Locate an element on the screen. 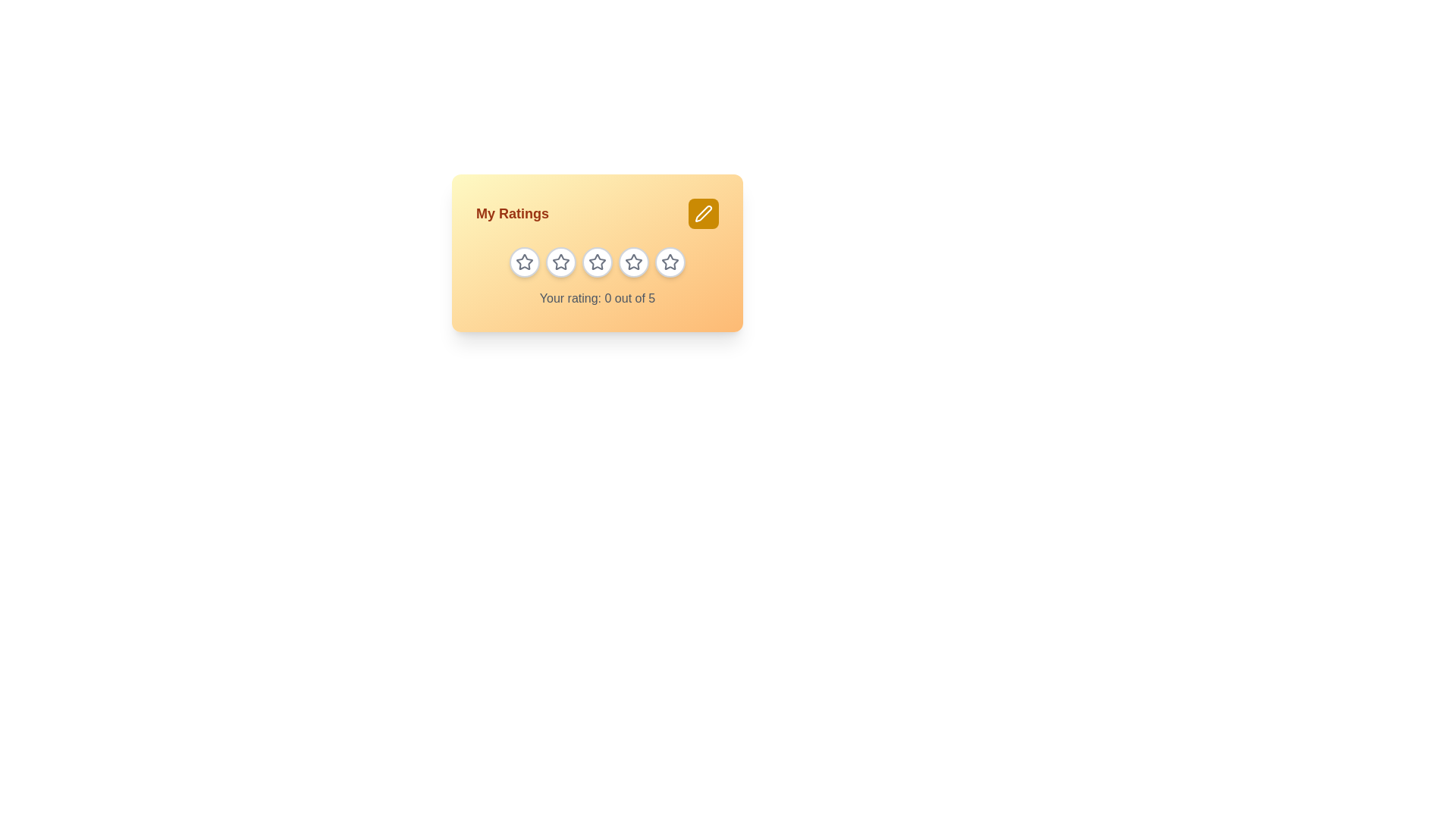 The image size is (1456, 819). the fourth circular rating button in the 5-star rating system located in the 'My Ratings' card is located at coordinates (633, 262).